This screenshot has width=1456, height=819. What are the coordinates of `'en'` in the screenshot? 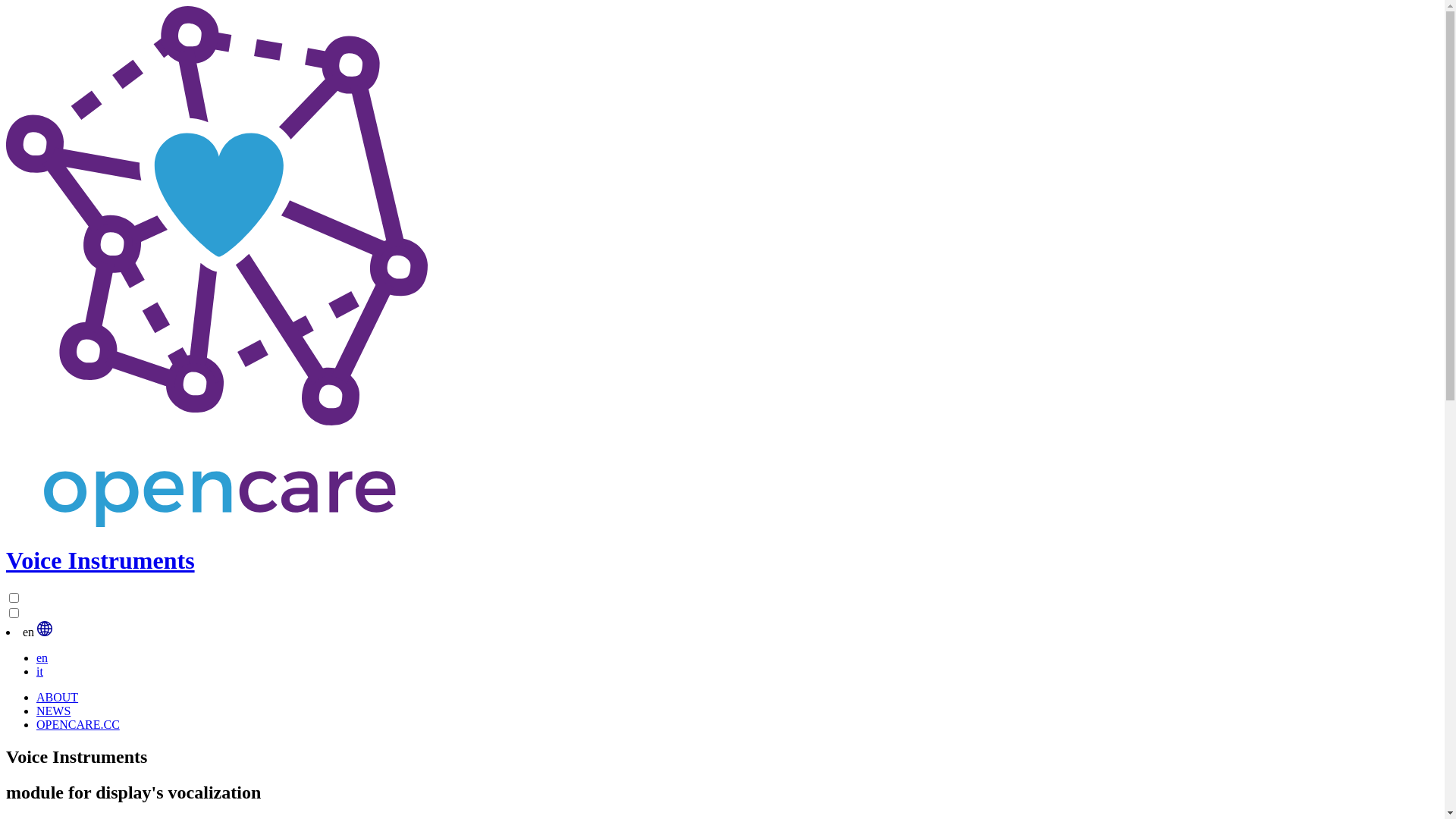 It's located at (42, 657).